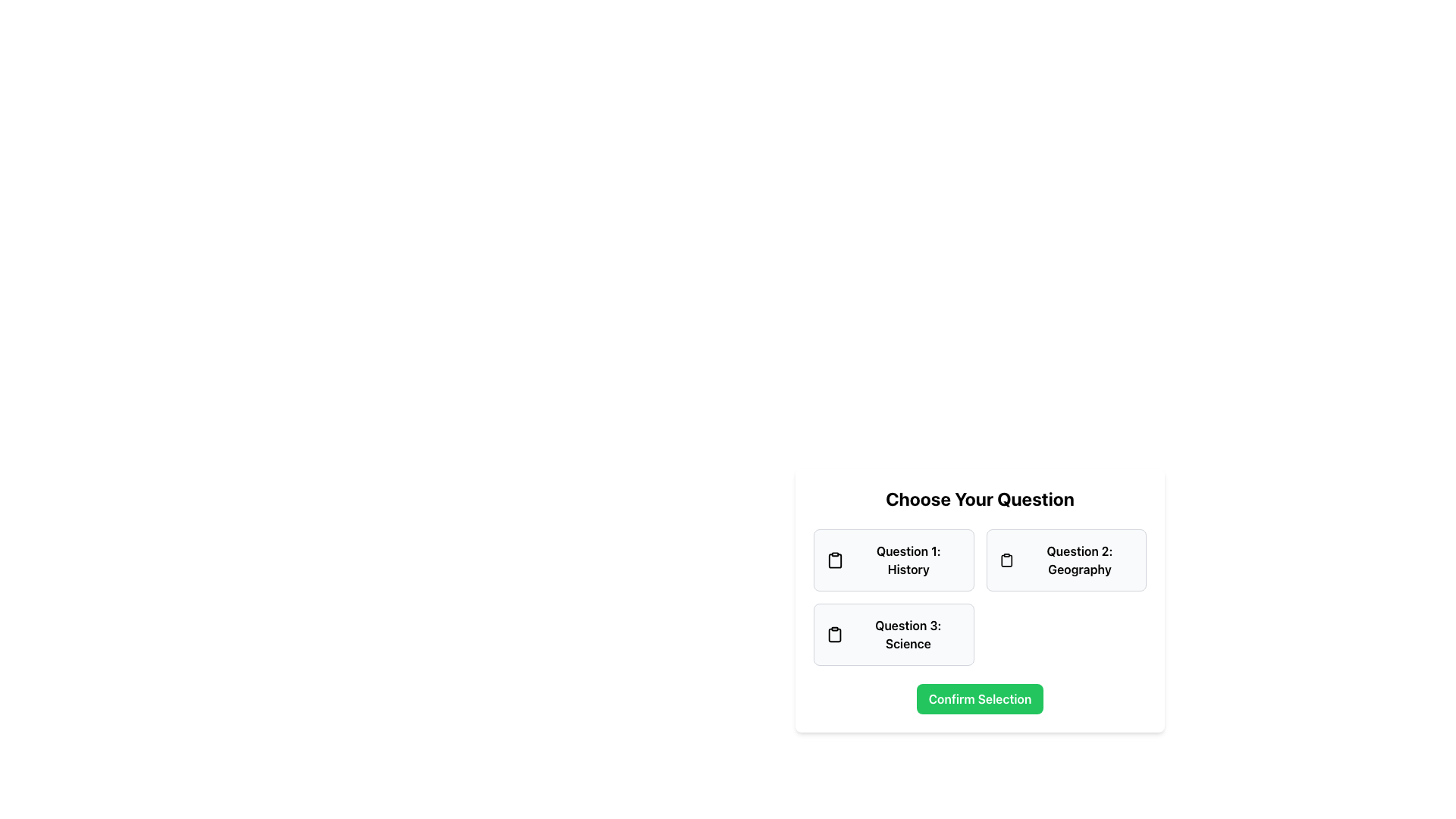  What do you see at coordinates (980, 599) in the screenshot?
I see `the 'Question 3: Science' button located in the selection interface beneath the title 'Choose Your Question'` at bounding box center [980, 599].